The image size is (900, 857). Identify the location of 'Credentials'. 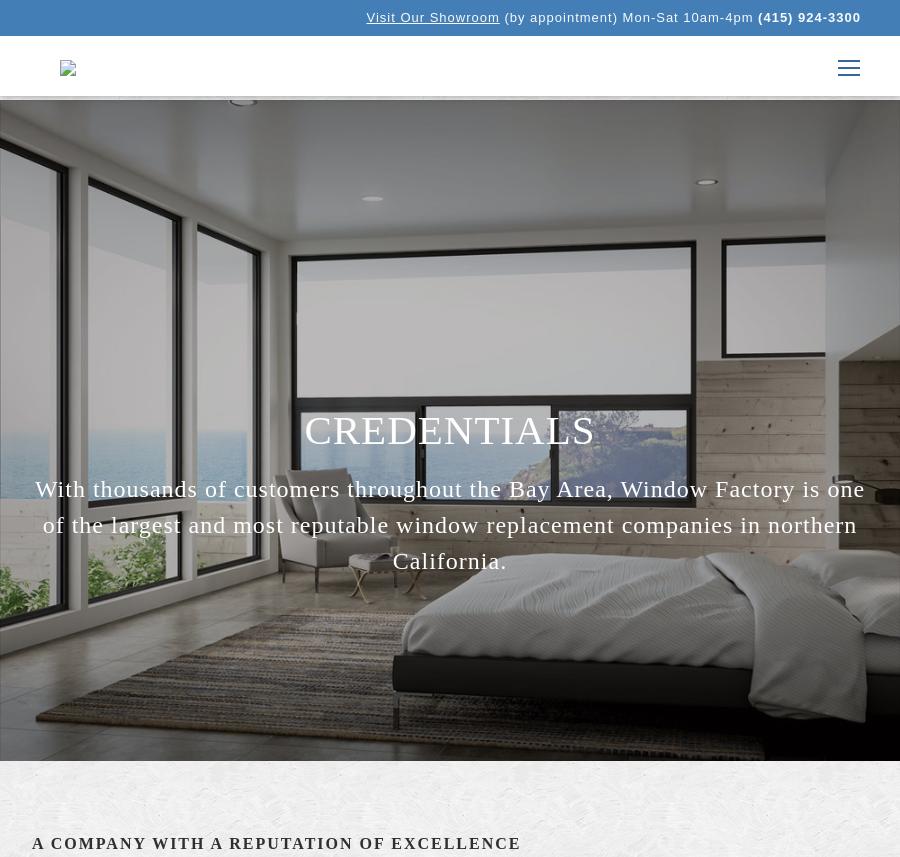
(449, 429).